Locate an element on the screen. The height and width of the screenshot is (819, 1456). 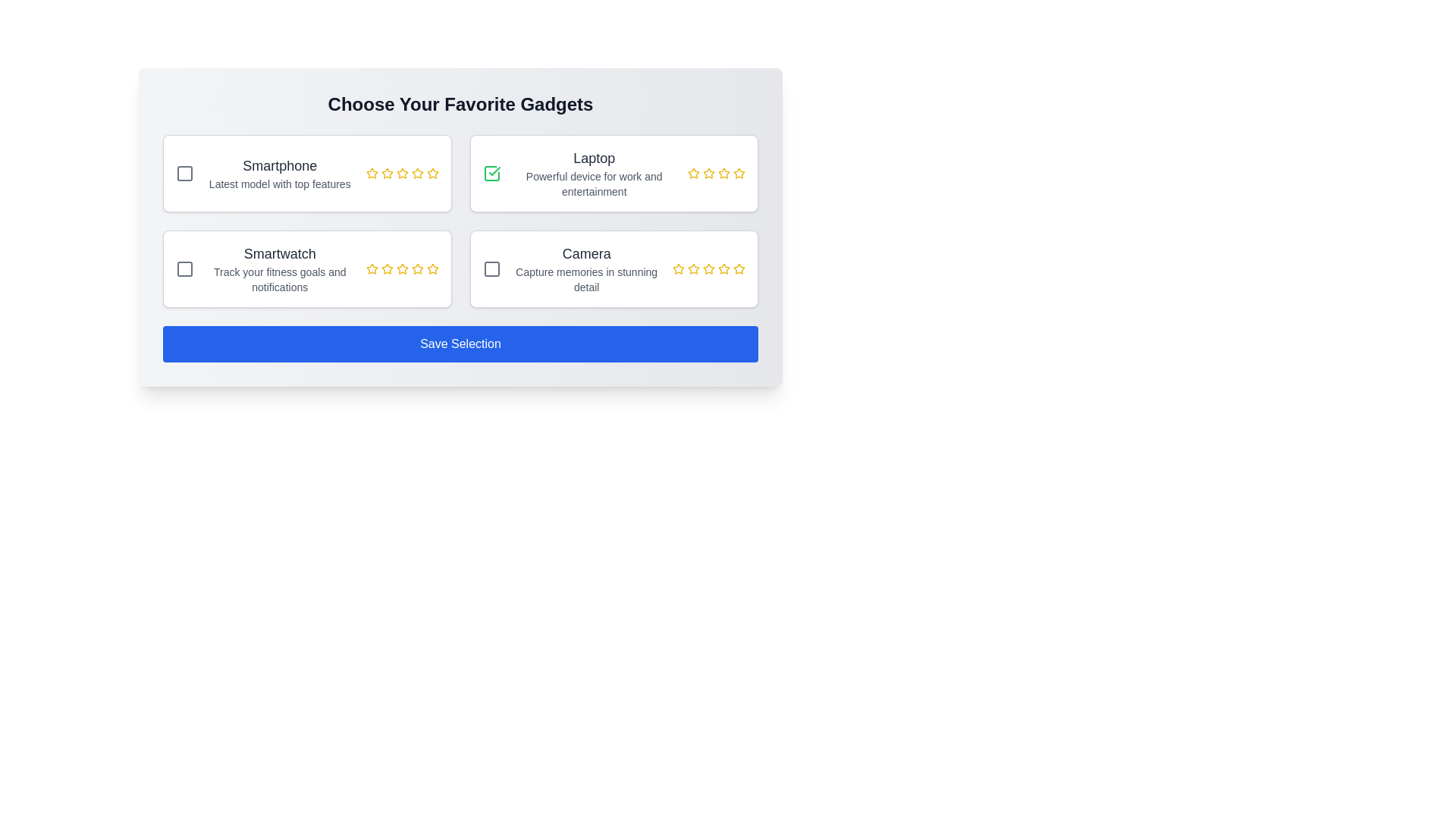
the third star of the rating bar in the 'Camera' section located at the bottom-right corner of the layout is located at coordinates (693, 268).